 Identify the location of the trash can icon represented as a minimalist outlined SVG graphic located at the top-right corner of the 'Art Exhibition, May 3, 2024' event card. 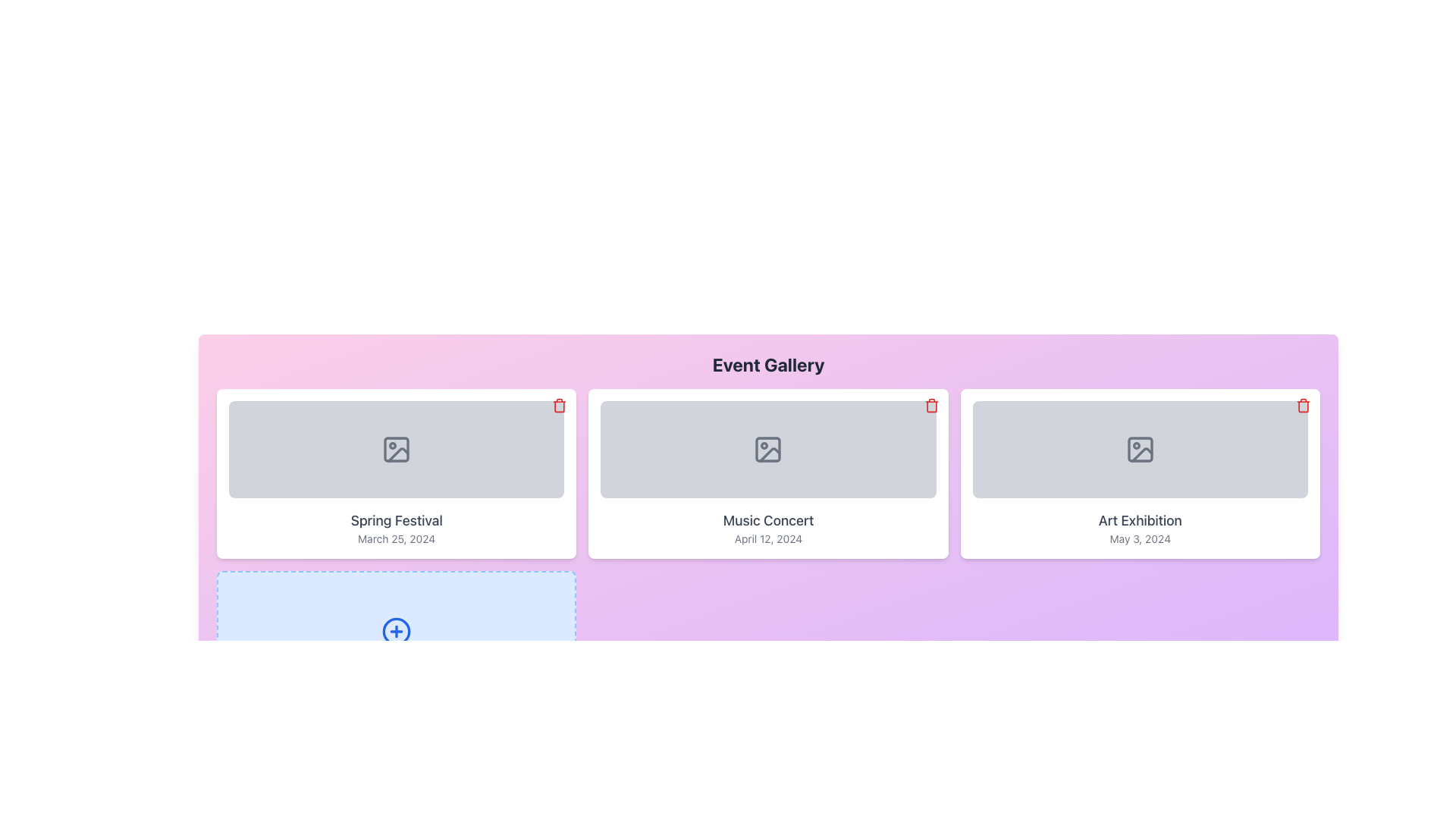
(1302, 406).